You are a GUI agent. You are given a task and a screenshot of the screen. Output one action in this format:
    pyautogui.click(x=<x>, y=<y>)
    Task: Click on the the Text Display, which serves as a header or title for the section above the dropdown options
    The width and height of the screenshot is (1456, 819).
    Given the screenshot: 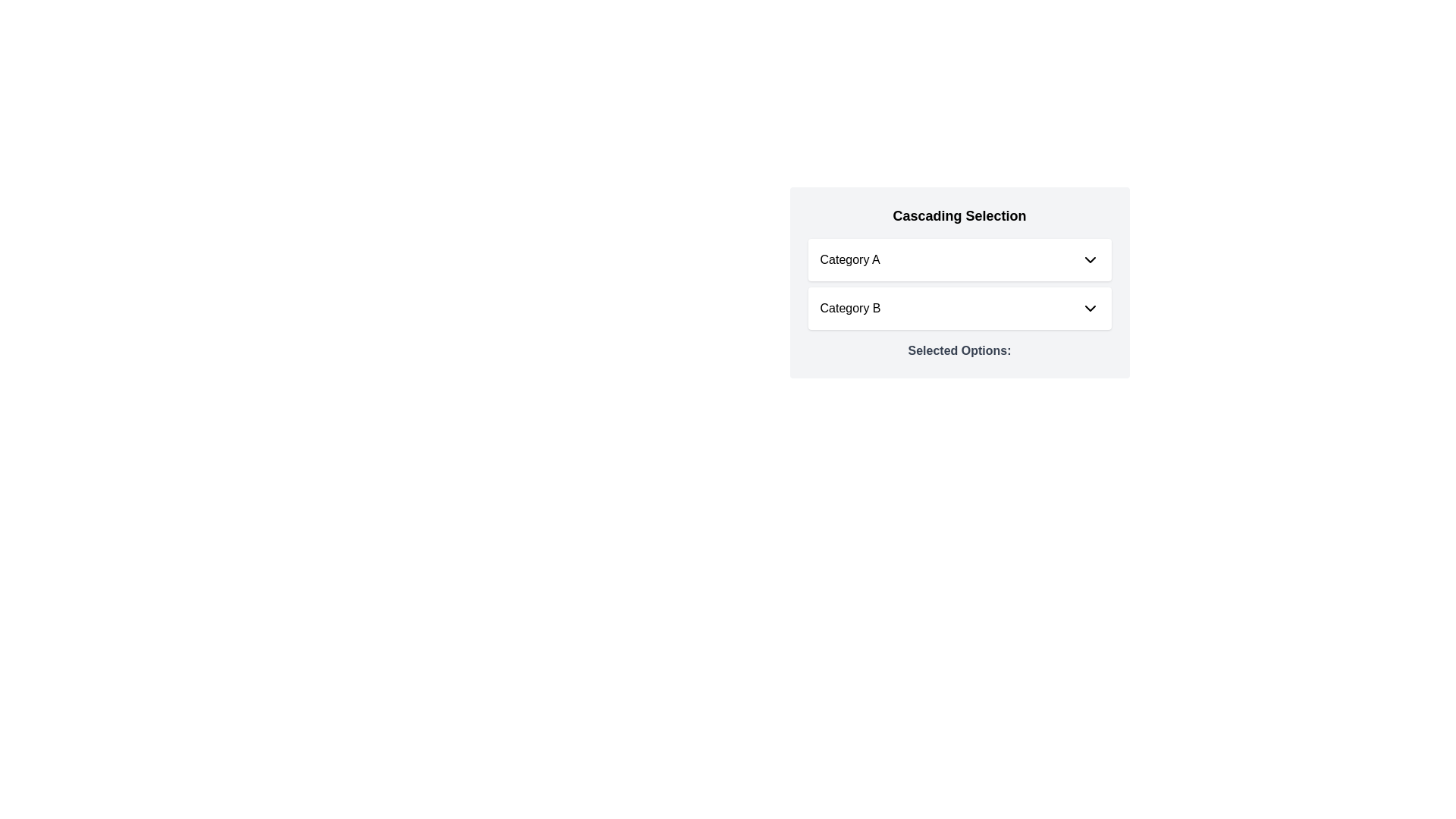 What is the action you would take?
    pyautogui.click(x=959, y=216)
    